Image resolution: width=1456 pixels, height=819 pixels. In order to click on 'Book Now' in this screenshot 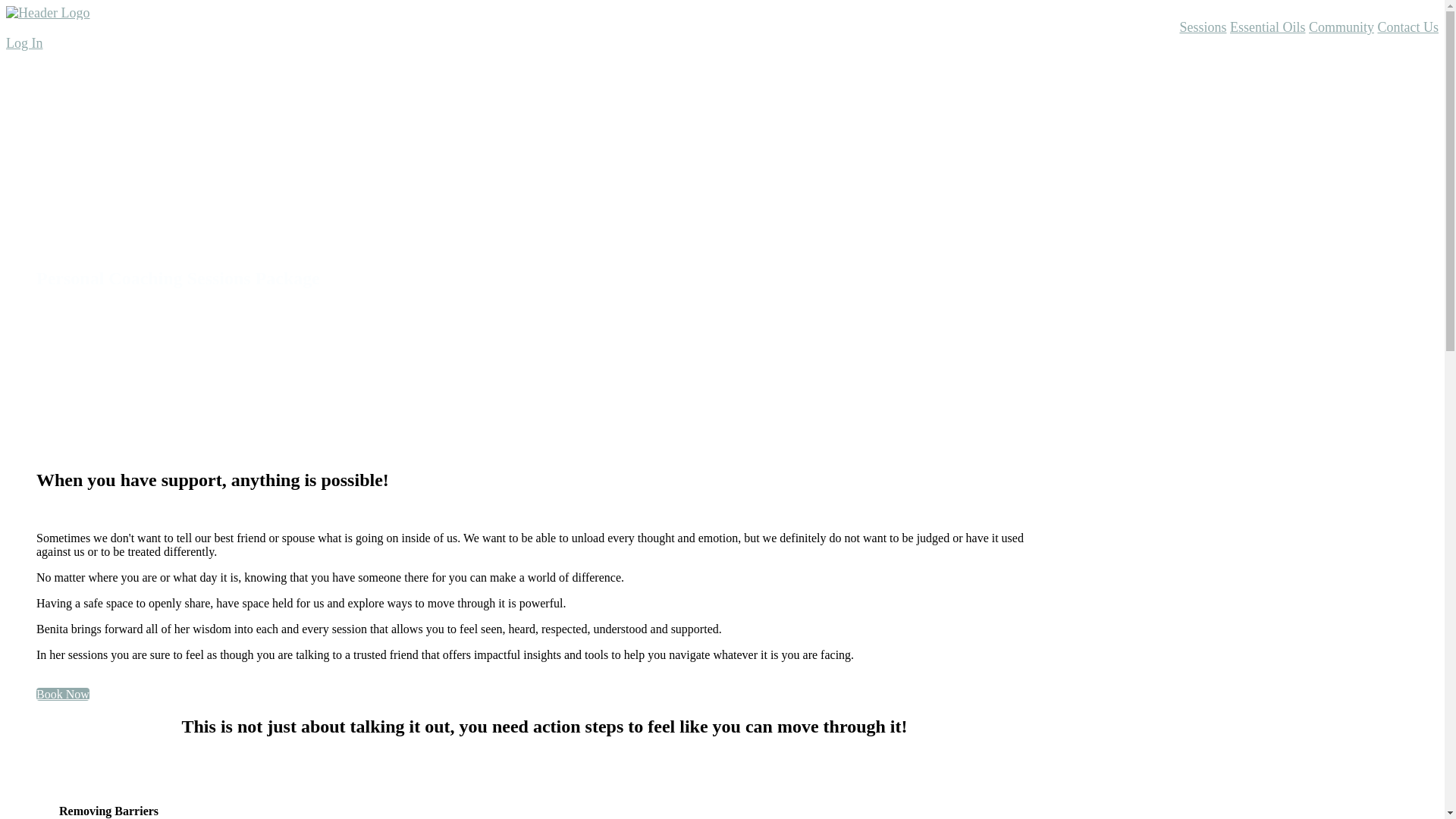, I will do `click(61, 694)`.